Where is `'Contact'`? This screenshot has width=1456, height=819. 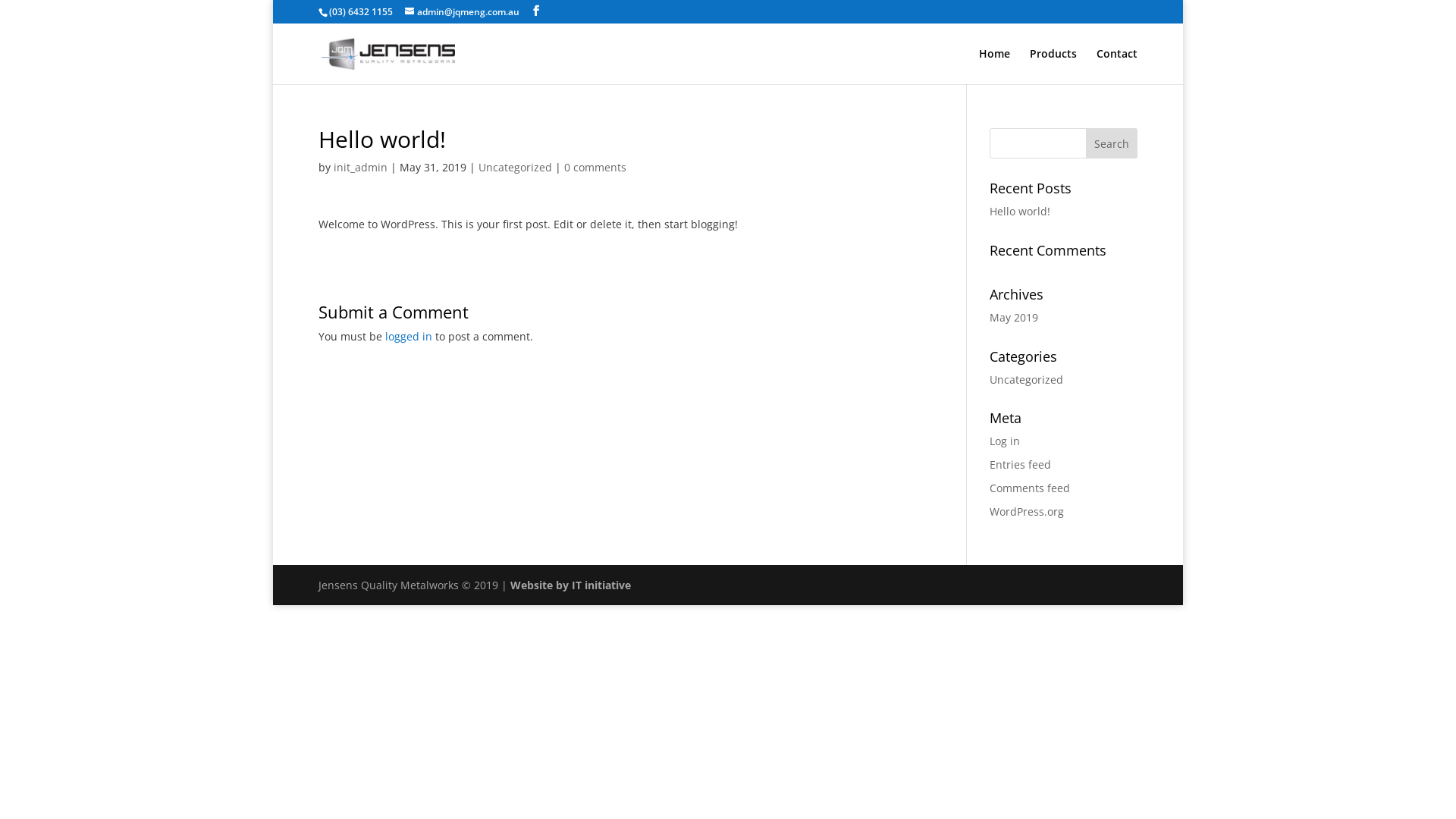 'Contact' is located at coordinates (1117, 65).